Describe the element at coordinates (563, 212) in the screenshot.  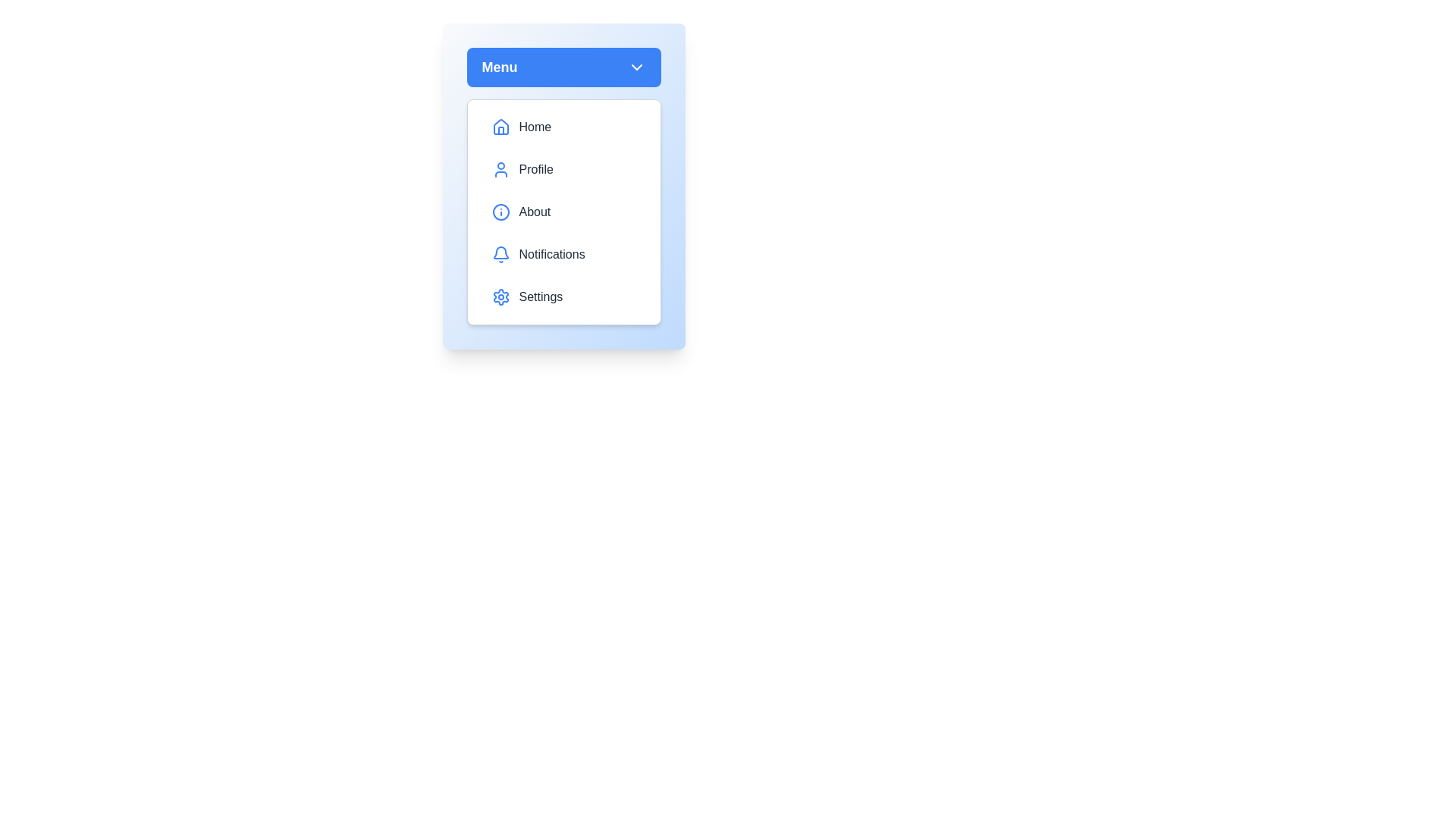
I see `the menu item About from the menu` at that location.